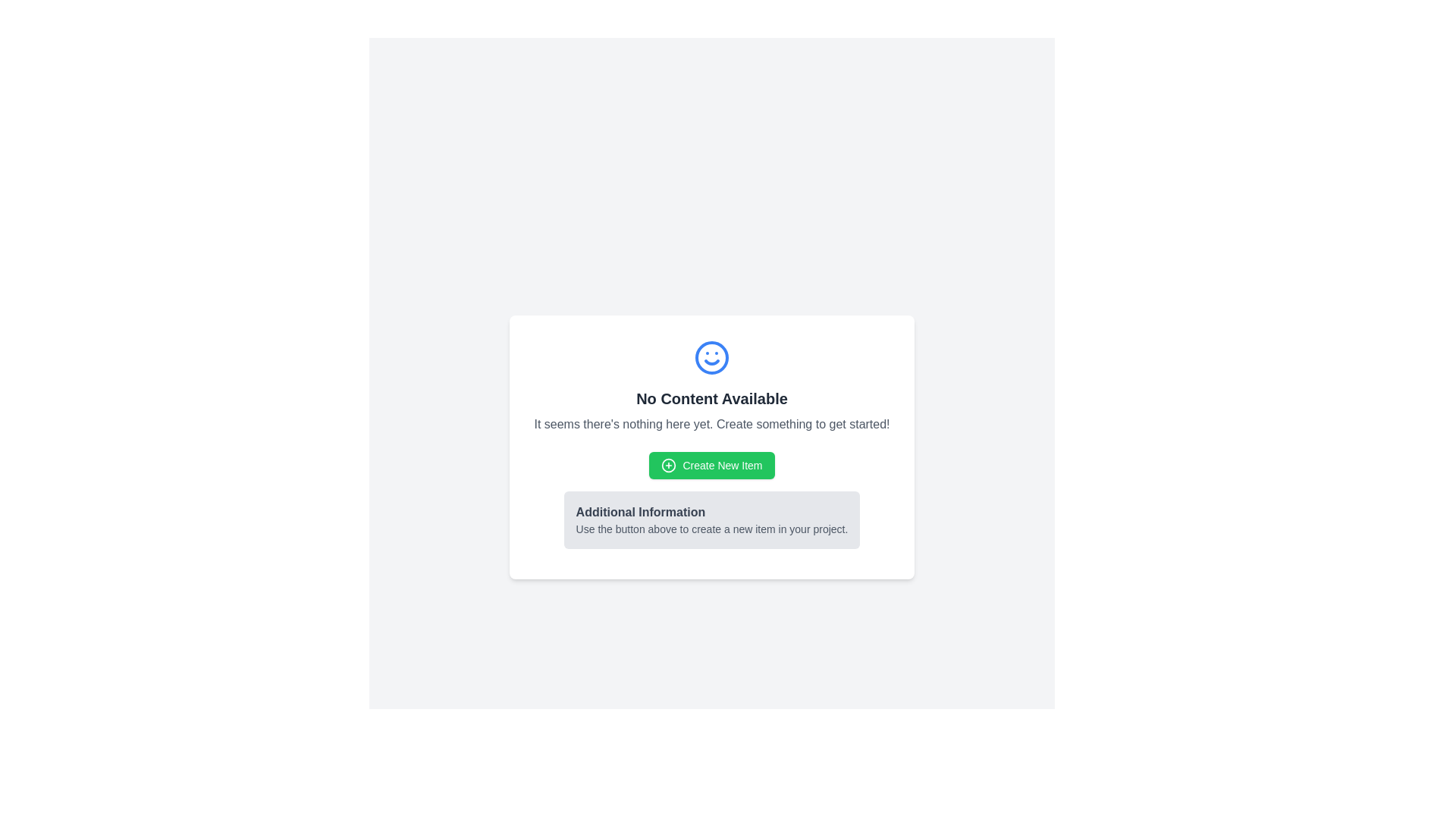 The width and height of the screenshot is (1456, 819). Describe the element at coordinates (711, 357) in the screenshot. I see `the blue circular icon with a smiling face, which is positioned above the 'No Content Available' text` at that location.